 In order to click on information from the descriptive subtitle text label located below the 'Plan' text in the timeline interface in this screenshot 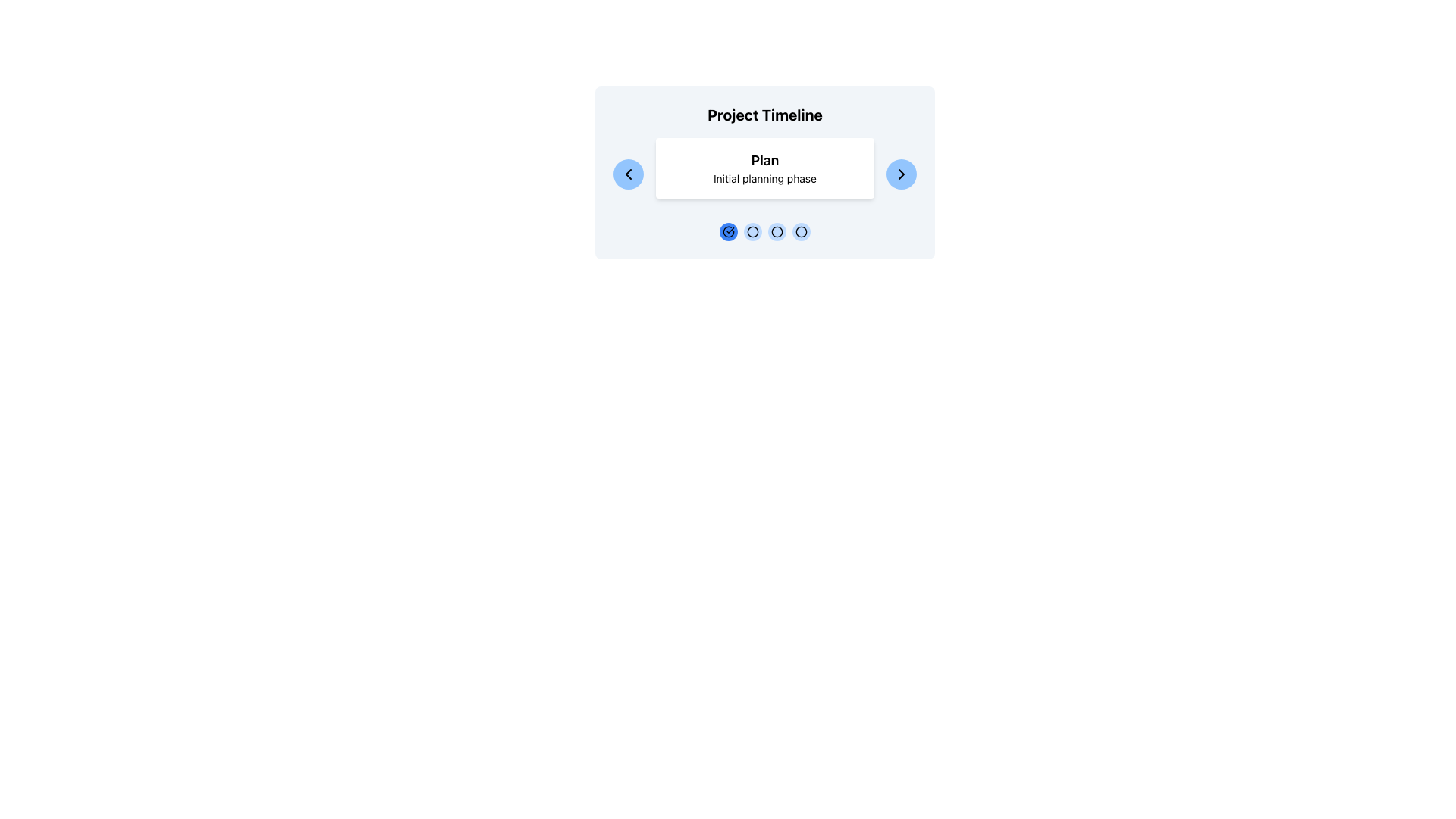, I will do `click(764, 177)`.